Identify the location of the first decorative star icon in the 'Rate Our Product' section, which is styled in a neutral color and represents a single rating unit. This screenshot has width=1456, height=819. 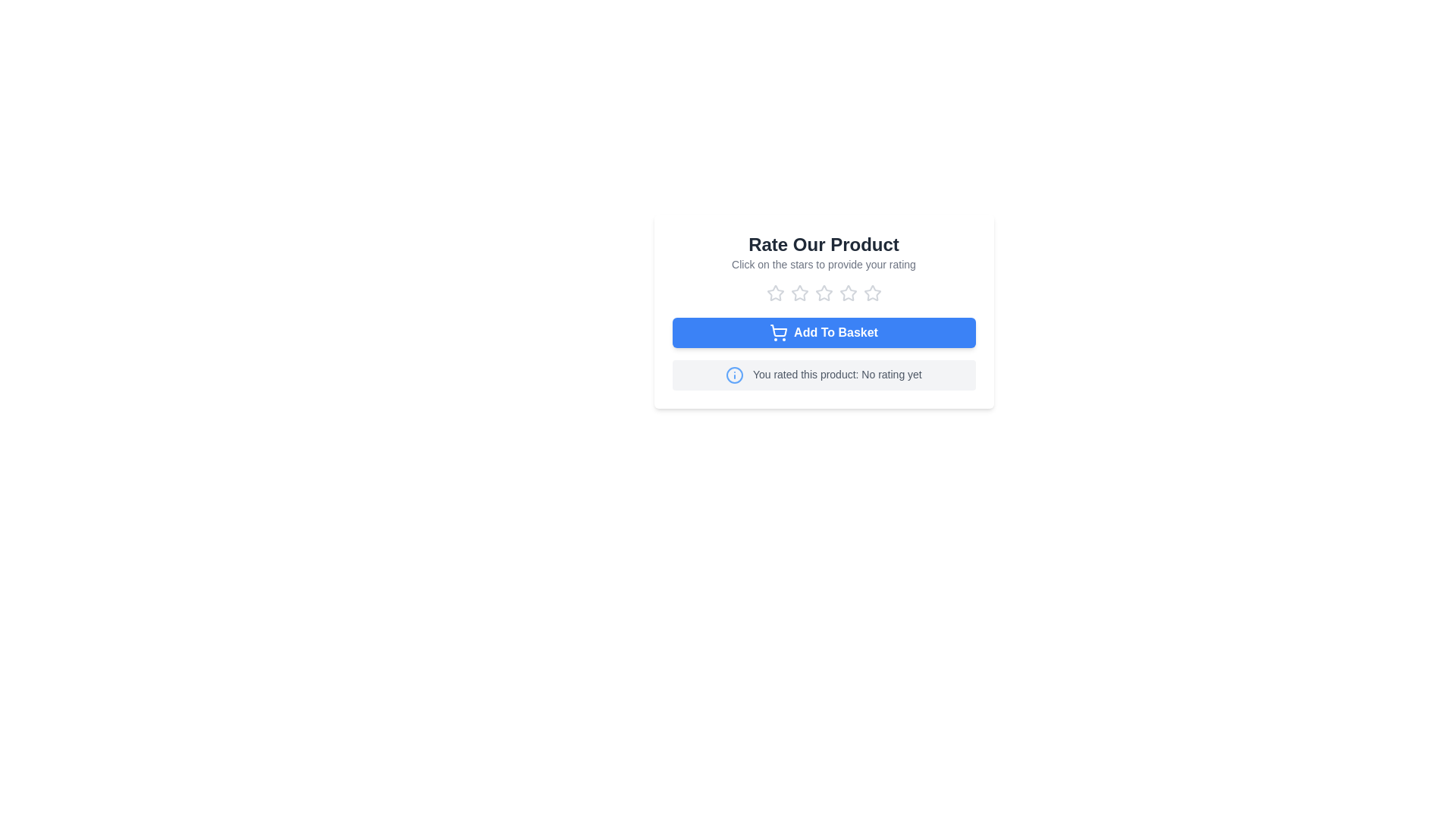
(775, 293).